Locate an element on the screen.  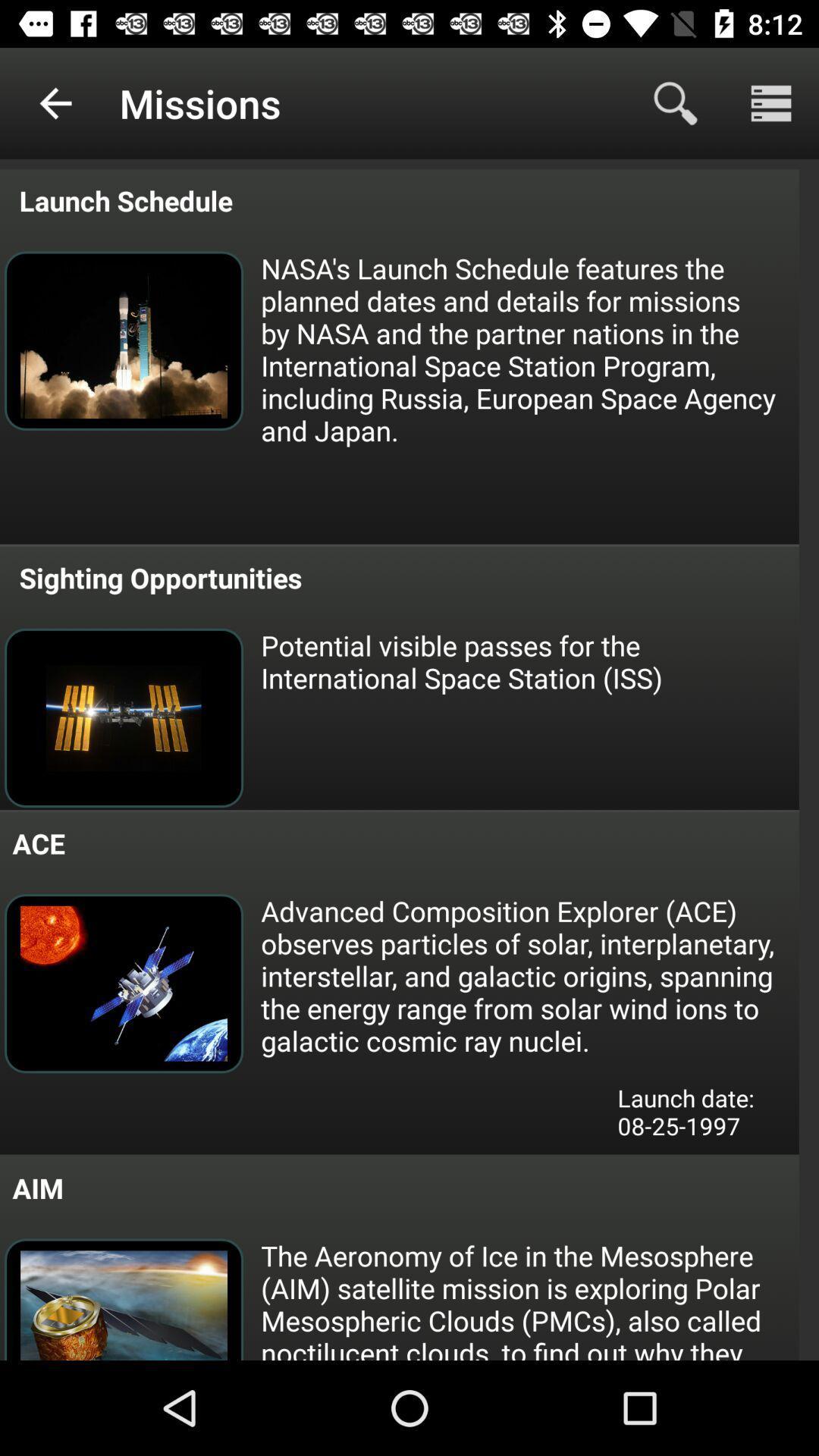
the item above the  launch schedule is located at coordinates (55, 102).